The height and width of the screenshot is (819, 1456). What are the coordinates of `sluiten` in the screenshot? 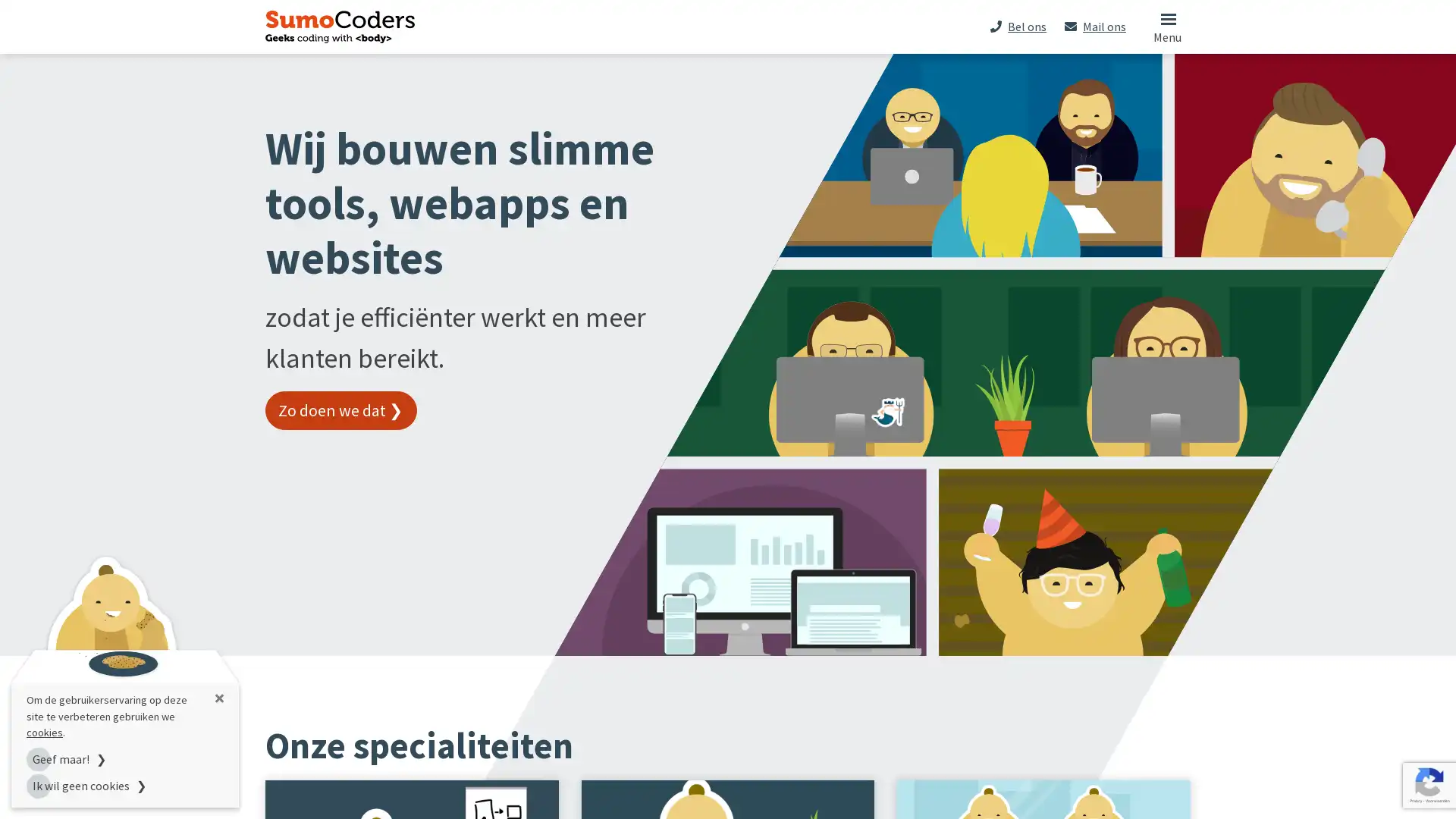 It's located at (218, 698).